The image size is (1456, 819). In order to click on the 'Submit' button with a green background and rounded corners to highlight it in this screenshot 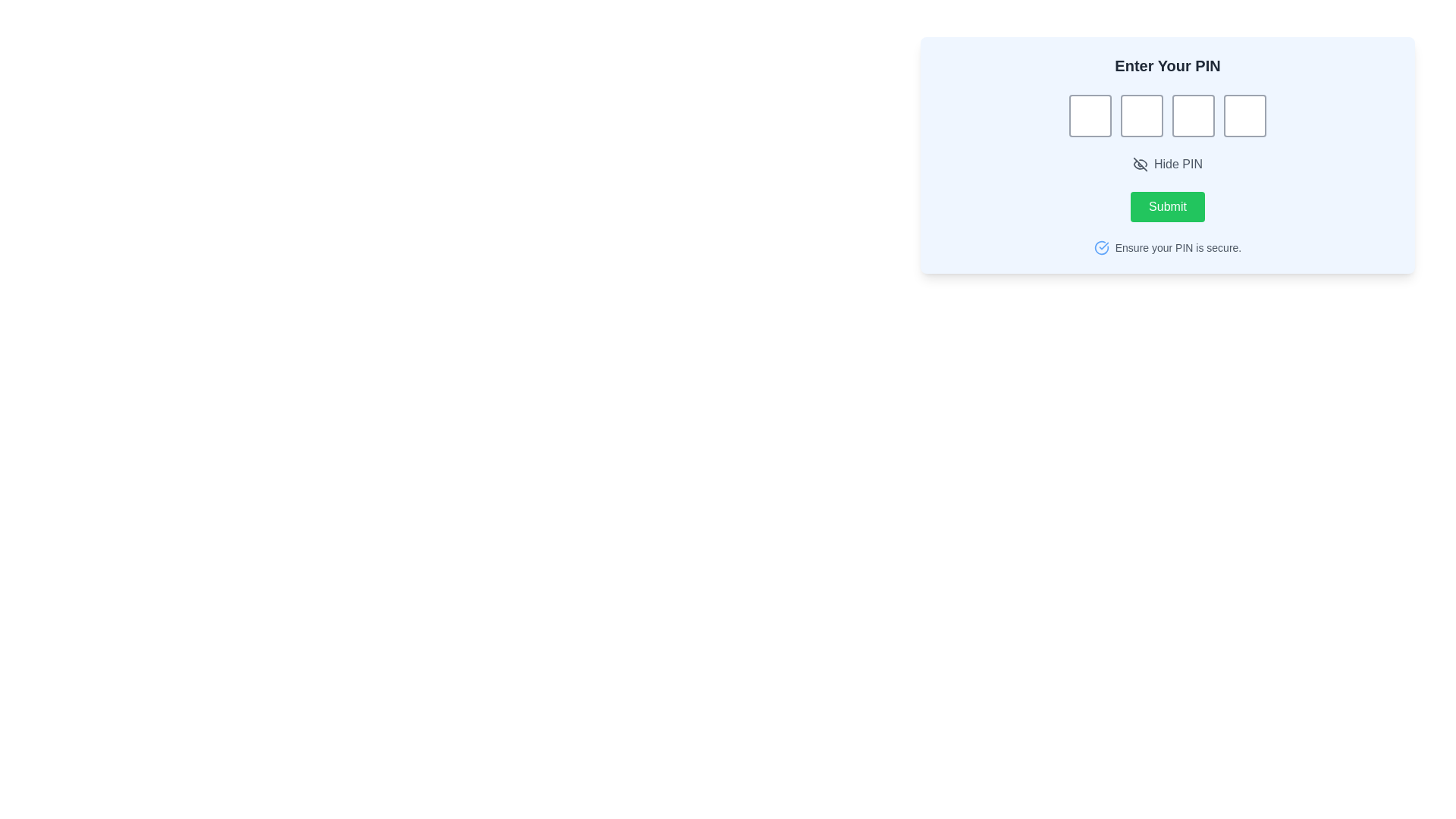, I will do `click(1167, 207)`.